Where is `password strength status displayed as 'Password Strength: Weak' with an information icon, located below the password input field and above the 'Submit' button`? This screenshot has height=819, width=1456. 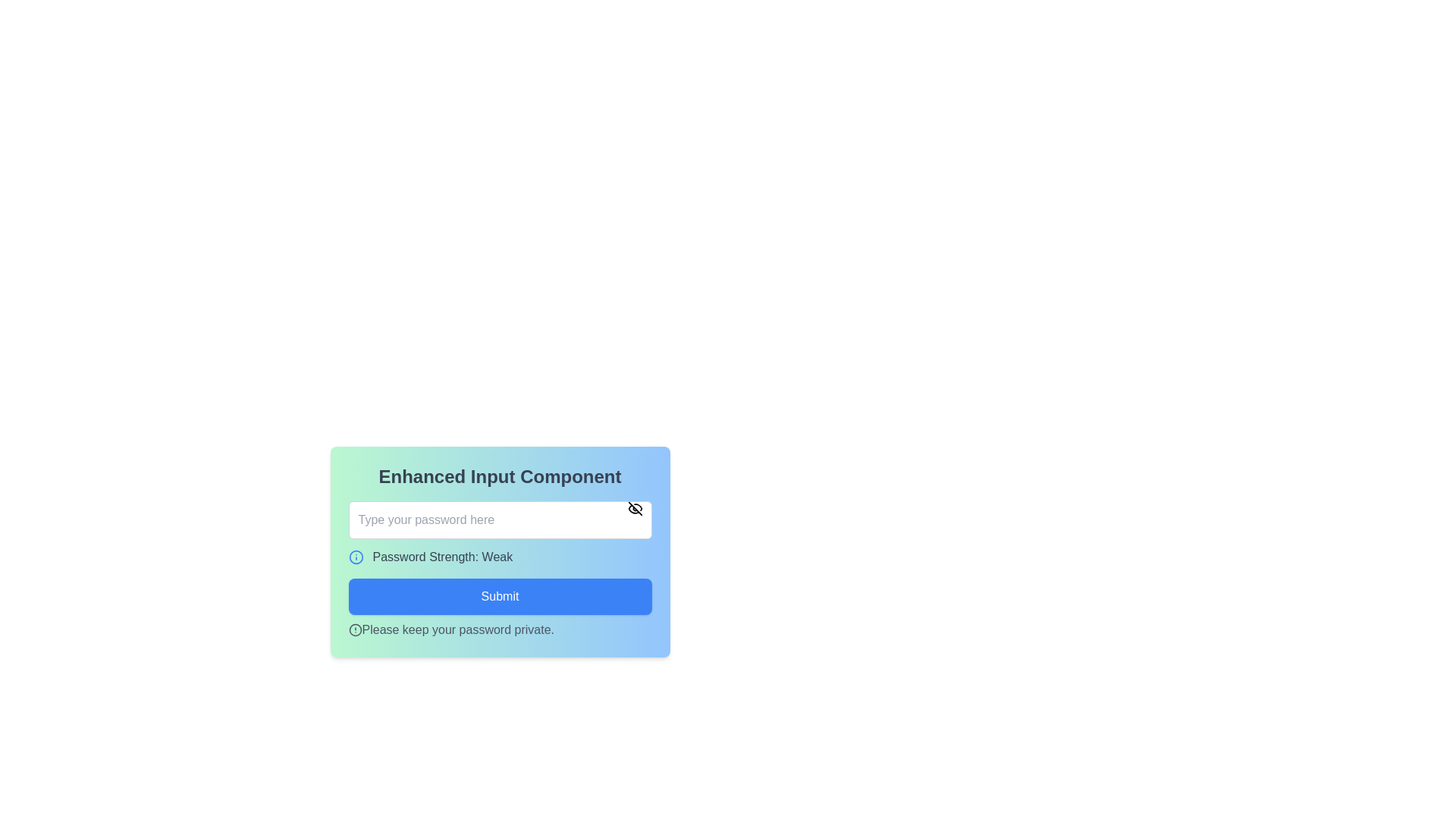
password strength status displayed as 'Password Strength: Weak' with an information icon, located below the password input field and above the 'Submit' button is located at coordinates (500, 557).